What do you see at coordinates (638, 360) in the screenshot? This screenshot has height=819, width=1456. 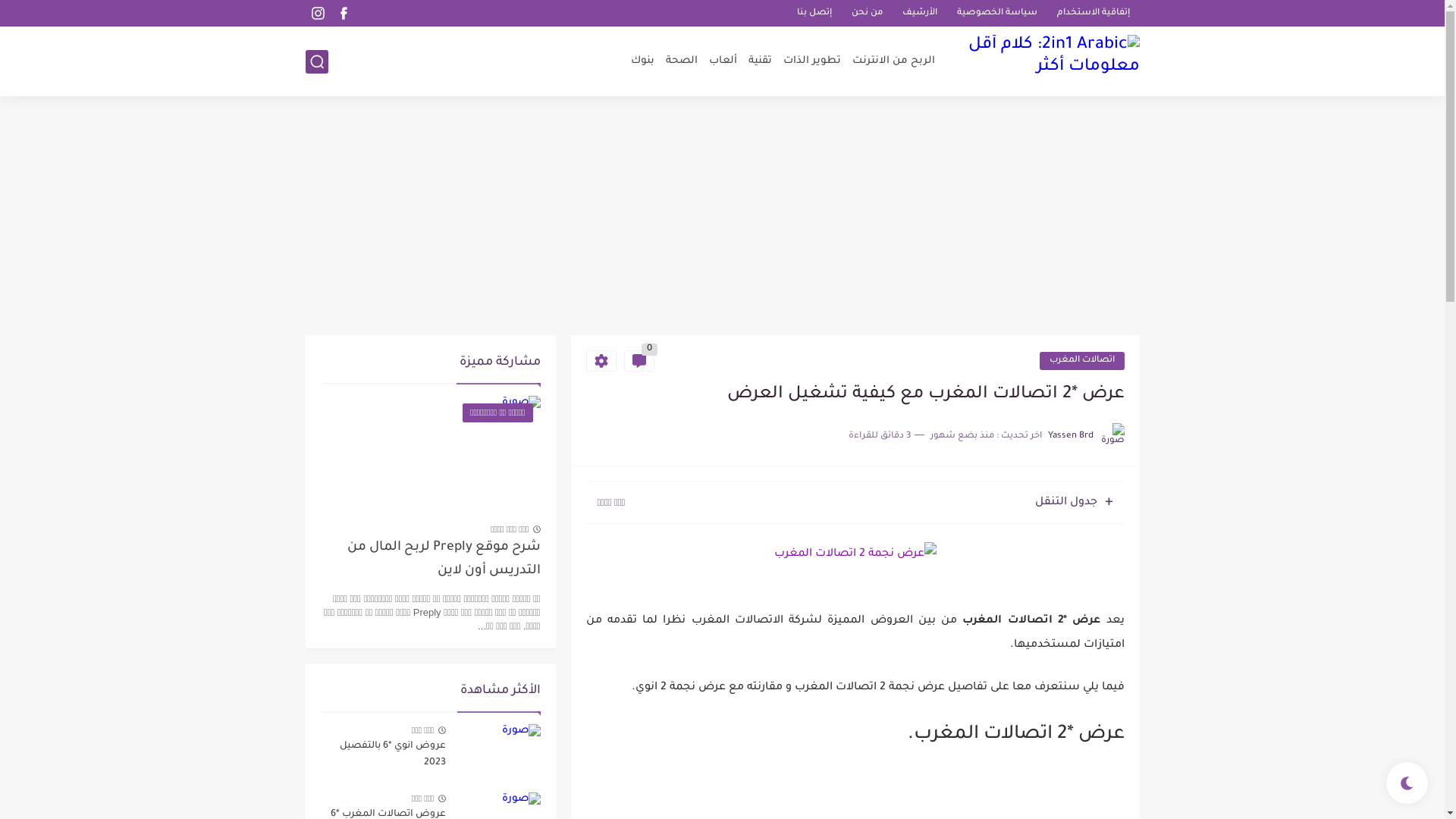 I see `'0'` at bounding box center [638, 360].